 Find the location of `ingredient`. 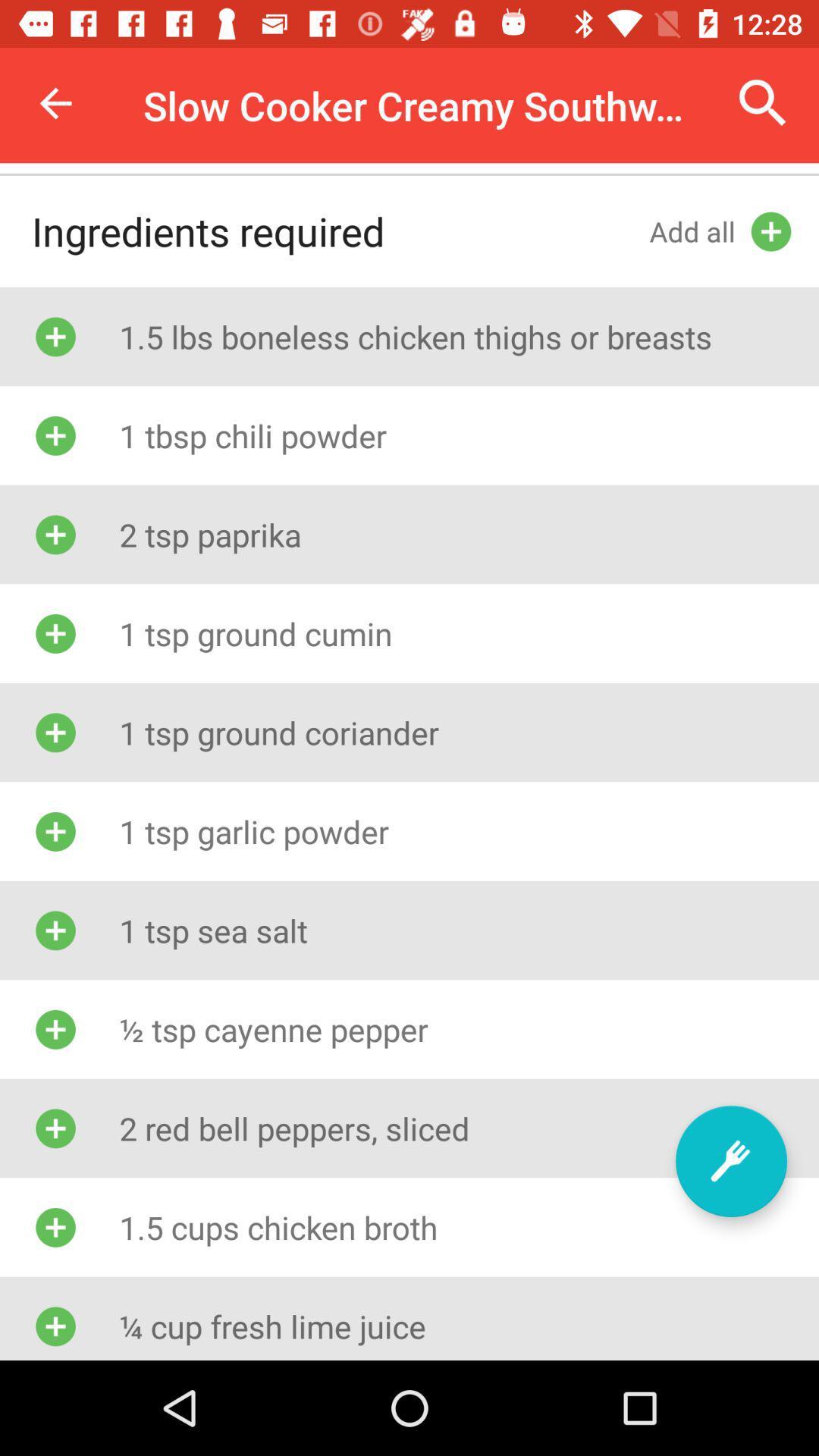

ingredient is located at coordinates (730, 1160).